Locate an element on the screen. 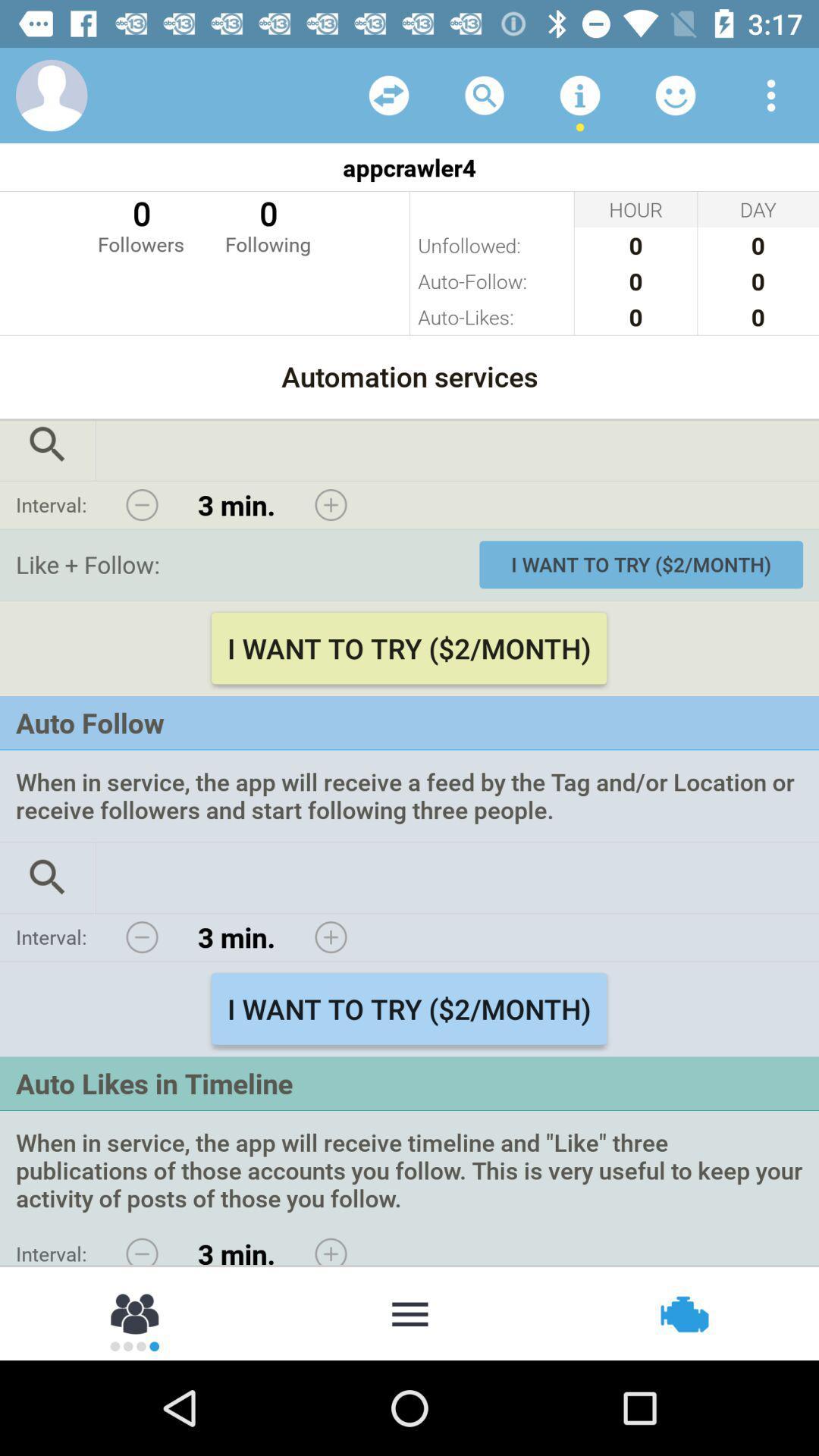  the icon at the bottom right corner is located at coordinates (682, 1312).